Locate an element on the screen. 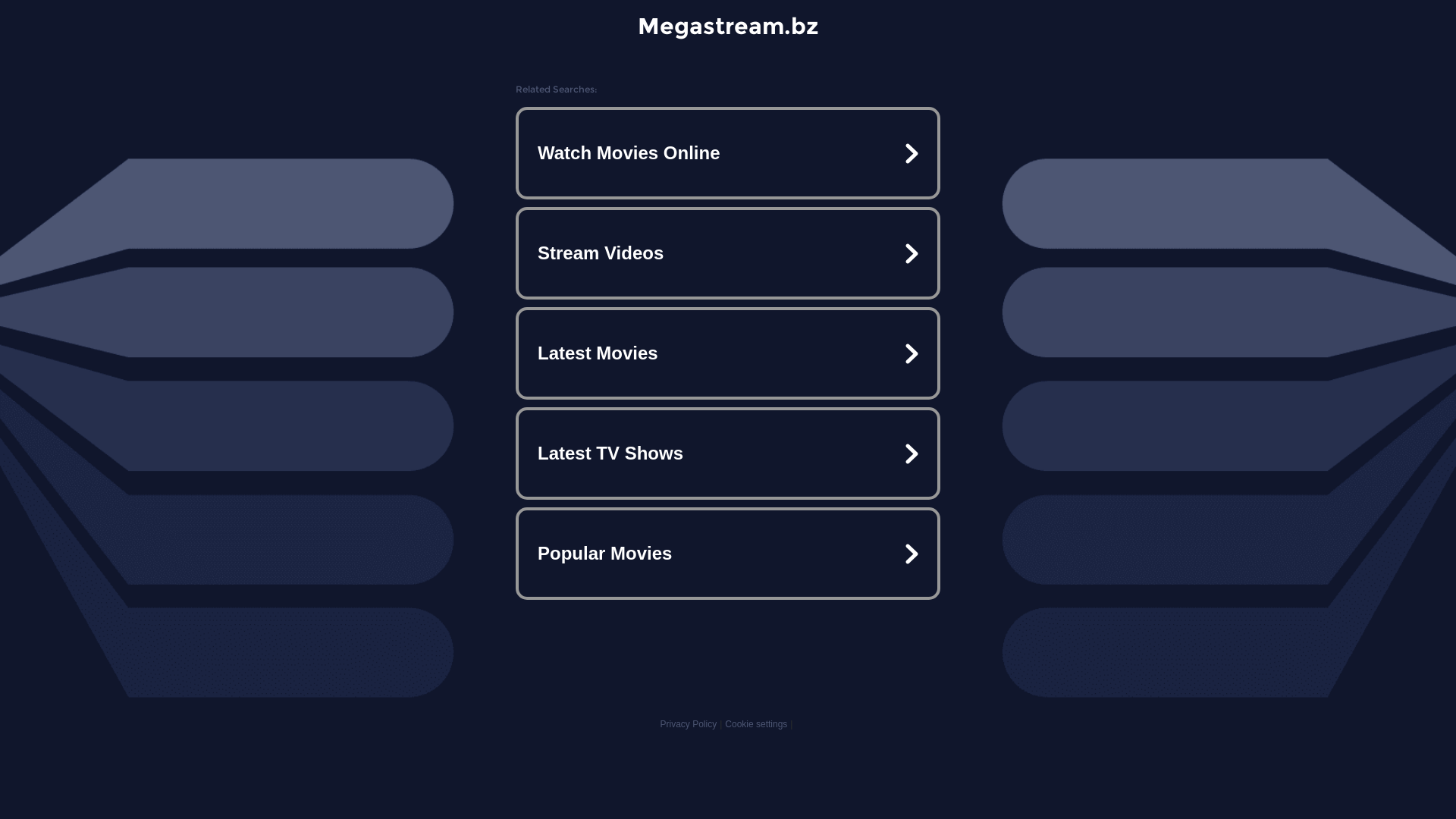 The image size is (1456, 819). 'Watch Movies Online' is located at coordinates (728, 152).